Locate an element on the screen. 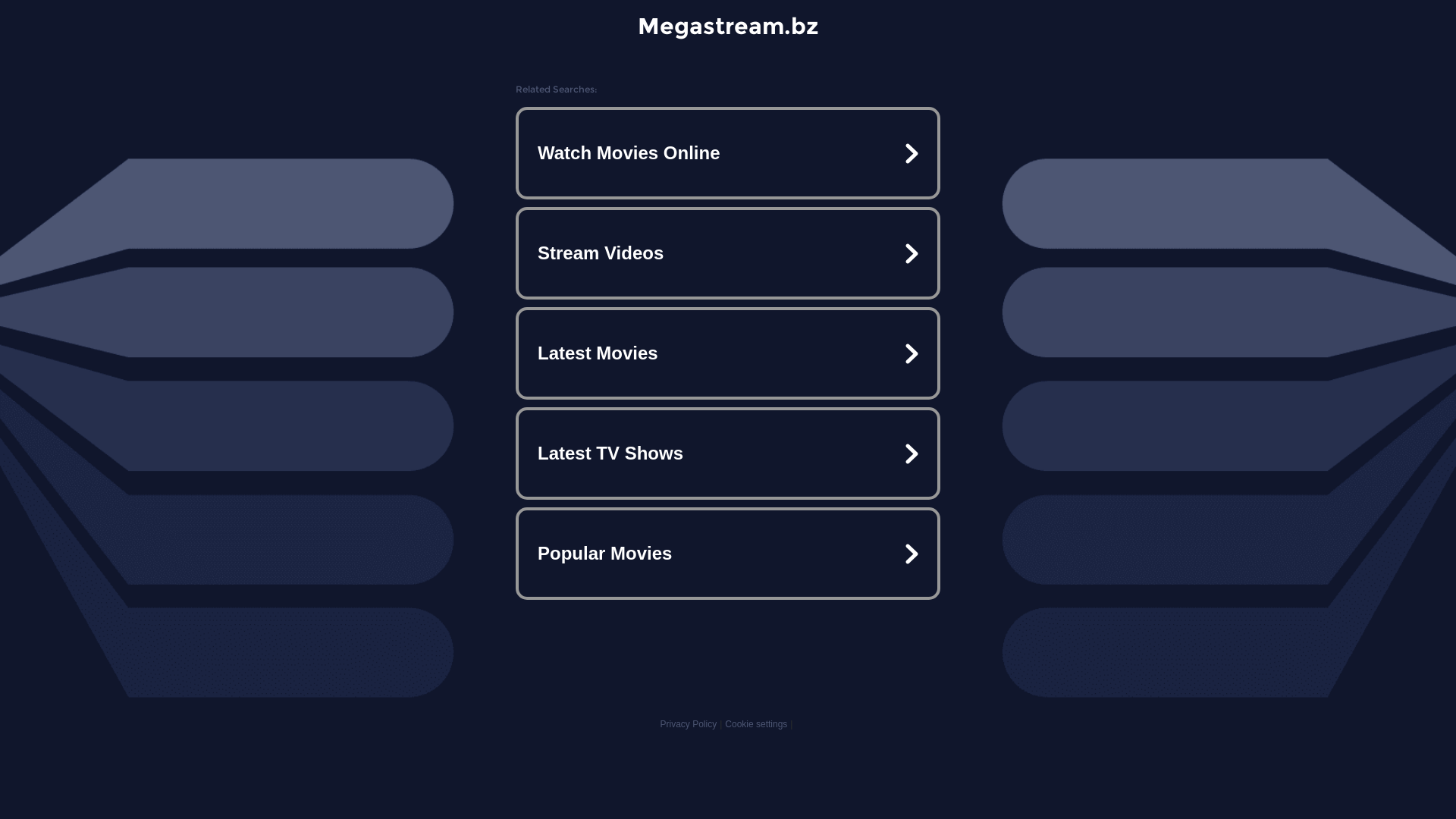 The image size is (1456, 819). 'Watch Movies Online' is located at coordinates (728, 152).